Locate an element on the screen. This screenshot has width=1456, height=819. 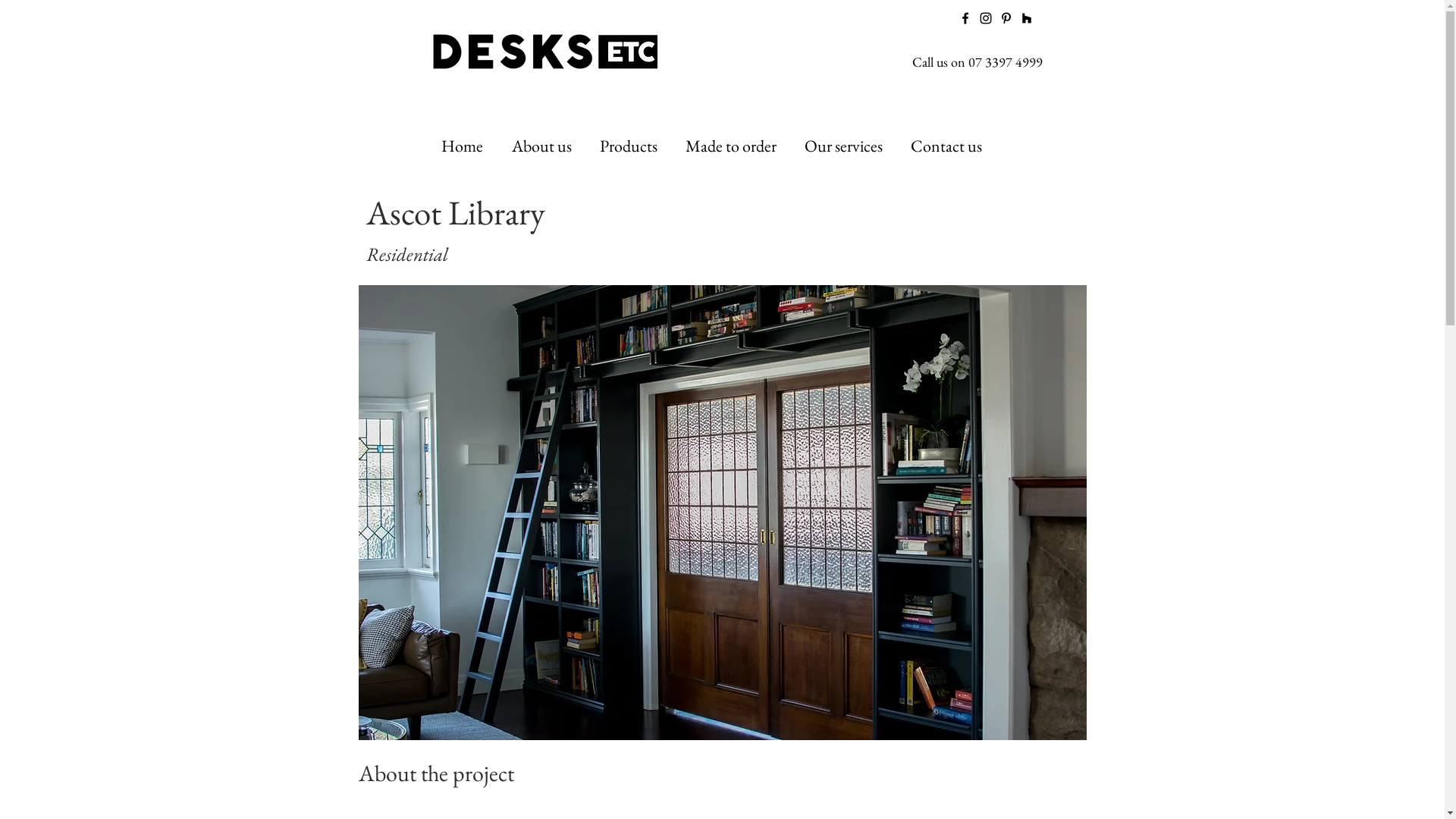
'Contact us' is located at coordinates (899, 146).